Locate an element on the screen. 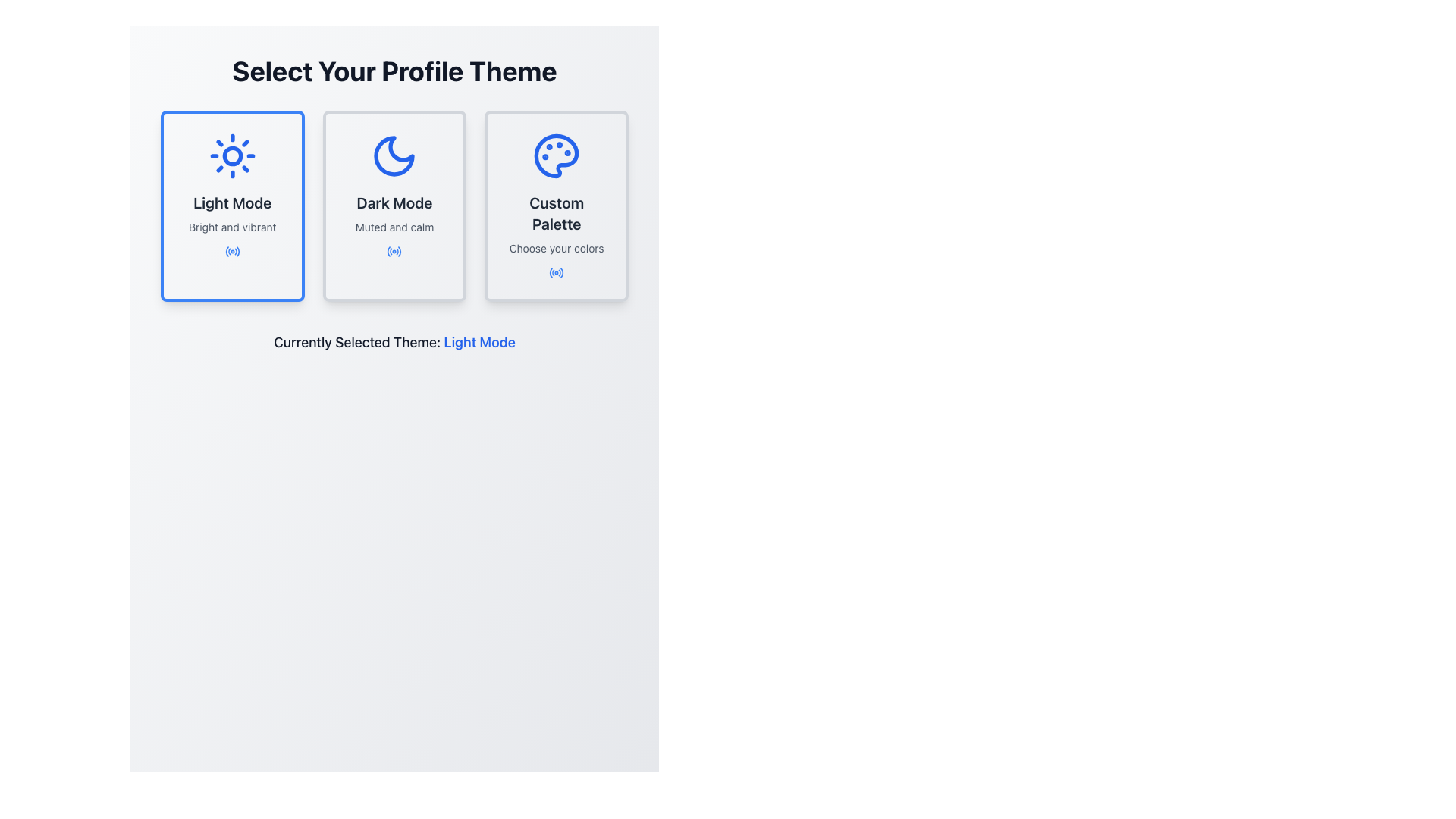  text displayed in bold, blue font stating 'Light Mode', which is part of the sentence 'Currently Selected Theme: Light Mode' located below the theme selection cards is located at coordinates (479, 342).